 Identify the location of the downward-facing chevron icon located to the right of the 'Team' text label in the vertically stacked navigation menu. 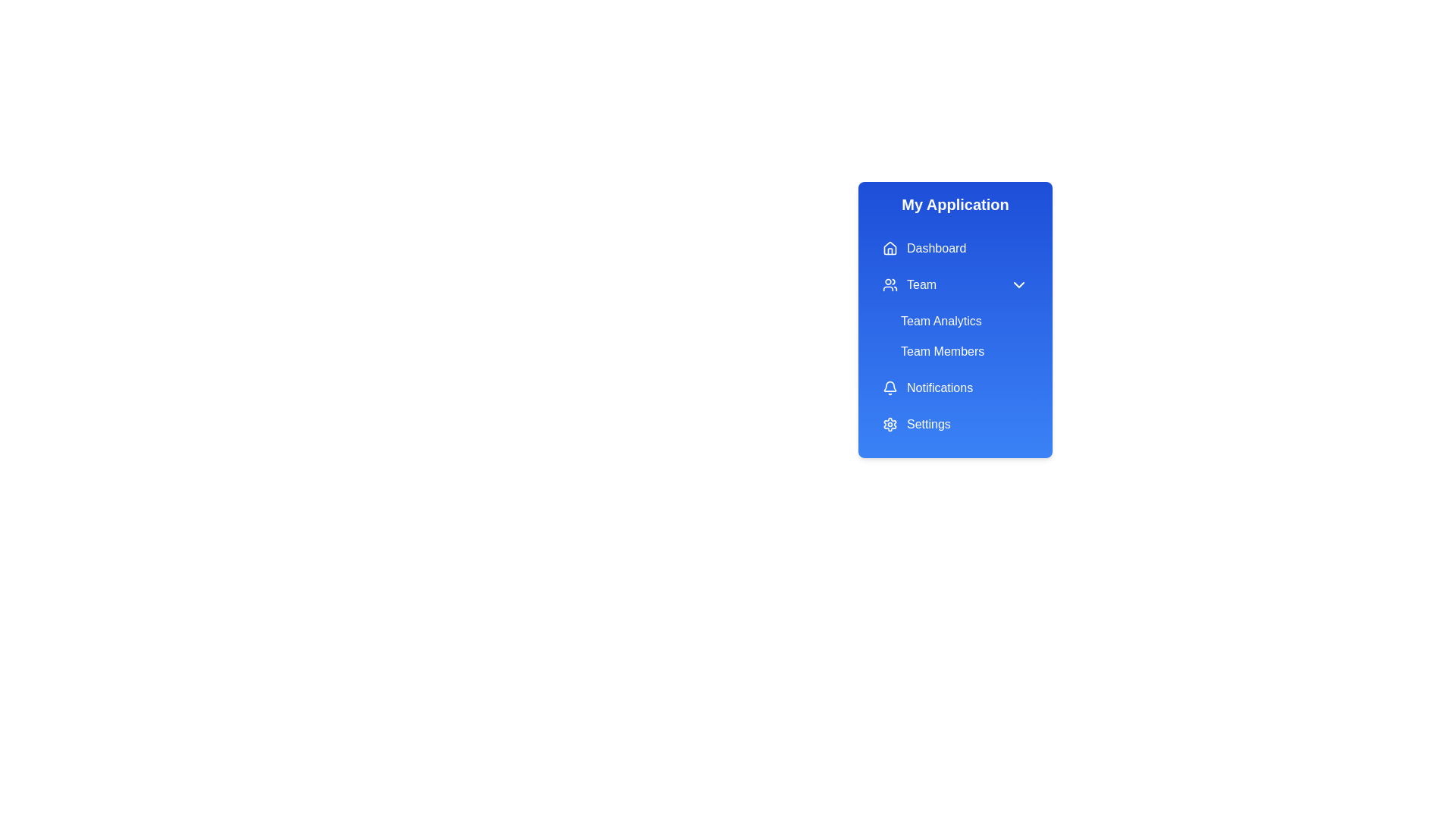
(1019, 284).